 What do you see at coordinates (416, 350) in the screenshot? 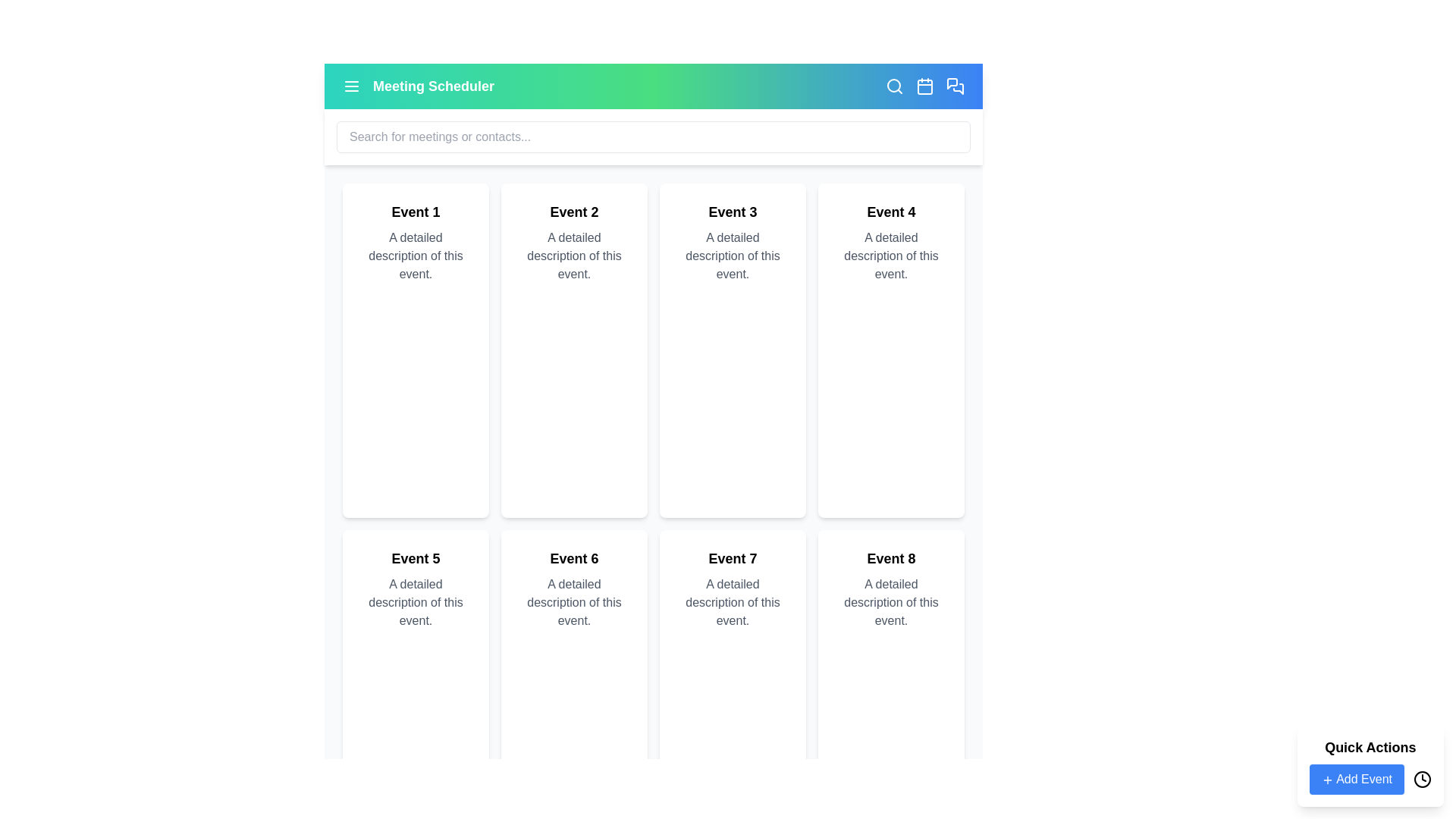
I see `the white rectangular card titled 'Event 1', located at the top-left corner of the grid layout, which contains a bold title and a lighter description` at bounding box center [416, 350].